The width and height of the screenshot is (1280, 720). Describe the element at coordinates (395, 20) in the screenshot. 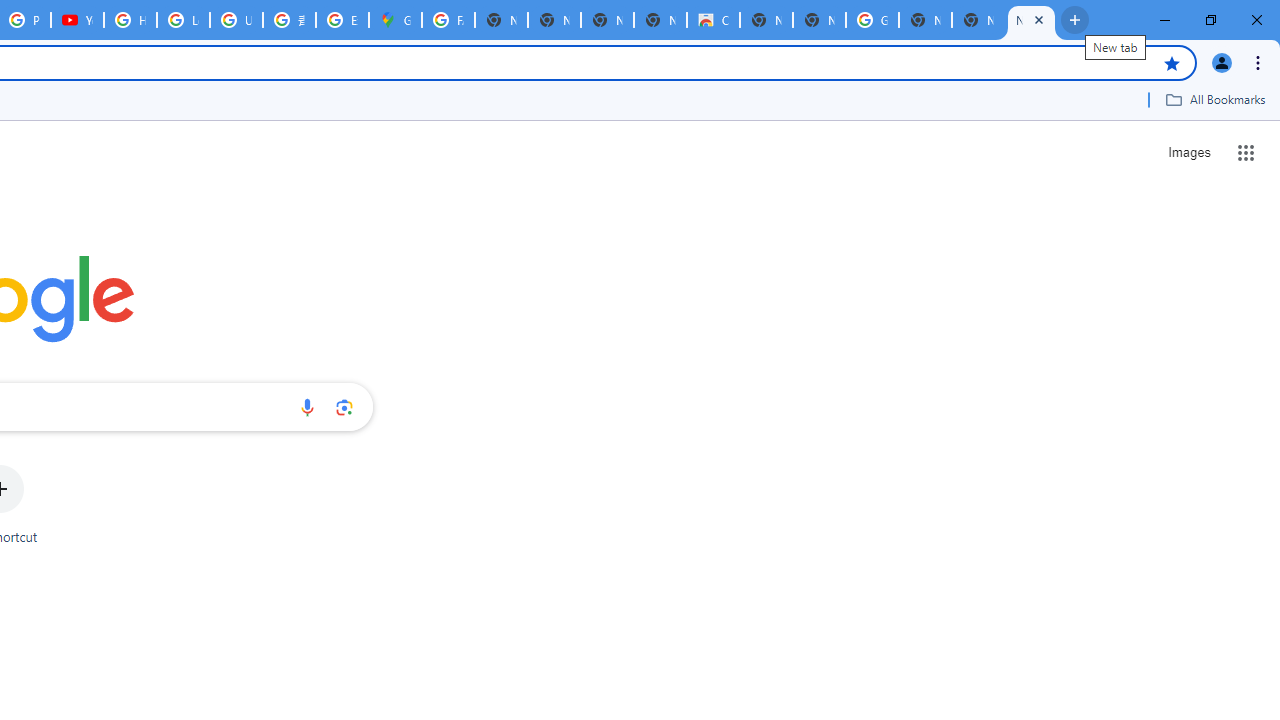

I see `'Google Maps'` at that location.